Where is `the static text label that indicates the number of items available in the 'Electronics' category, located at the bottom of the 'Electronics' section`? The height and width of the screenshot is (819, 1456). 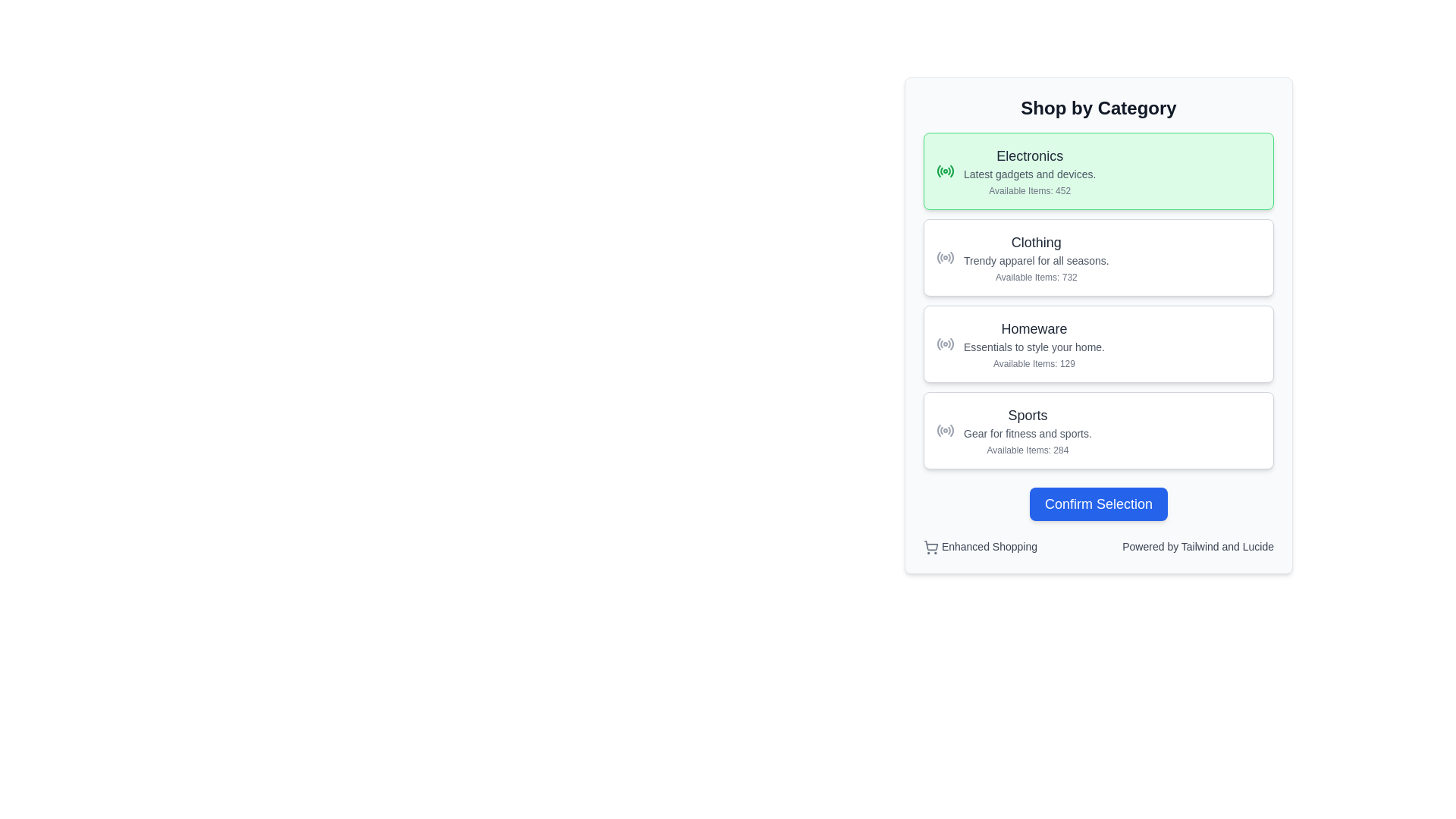 the static text label that indicates the number of items available in the 'Electronics' category, located at the bottom of the 'Electronics' section is located at coordinates (1030, 190).